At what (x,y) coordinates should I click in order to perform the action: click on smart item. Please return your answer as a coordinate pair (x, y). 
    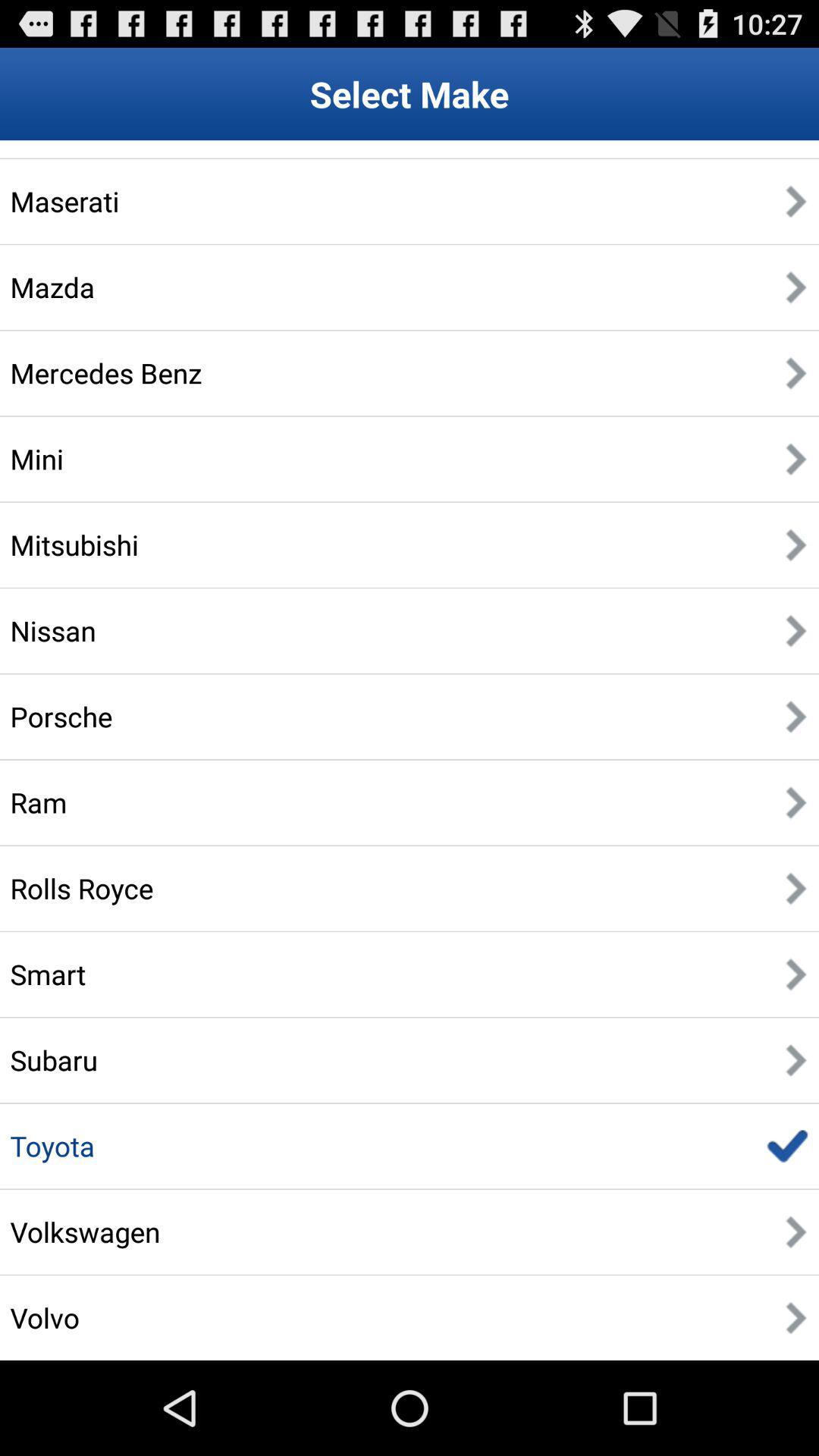
    Looking at the image, I should click on (47, 974).